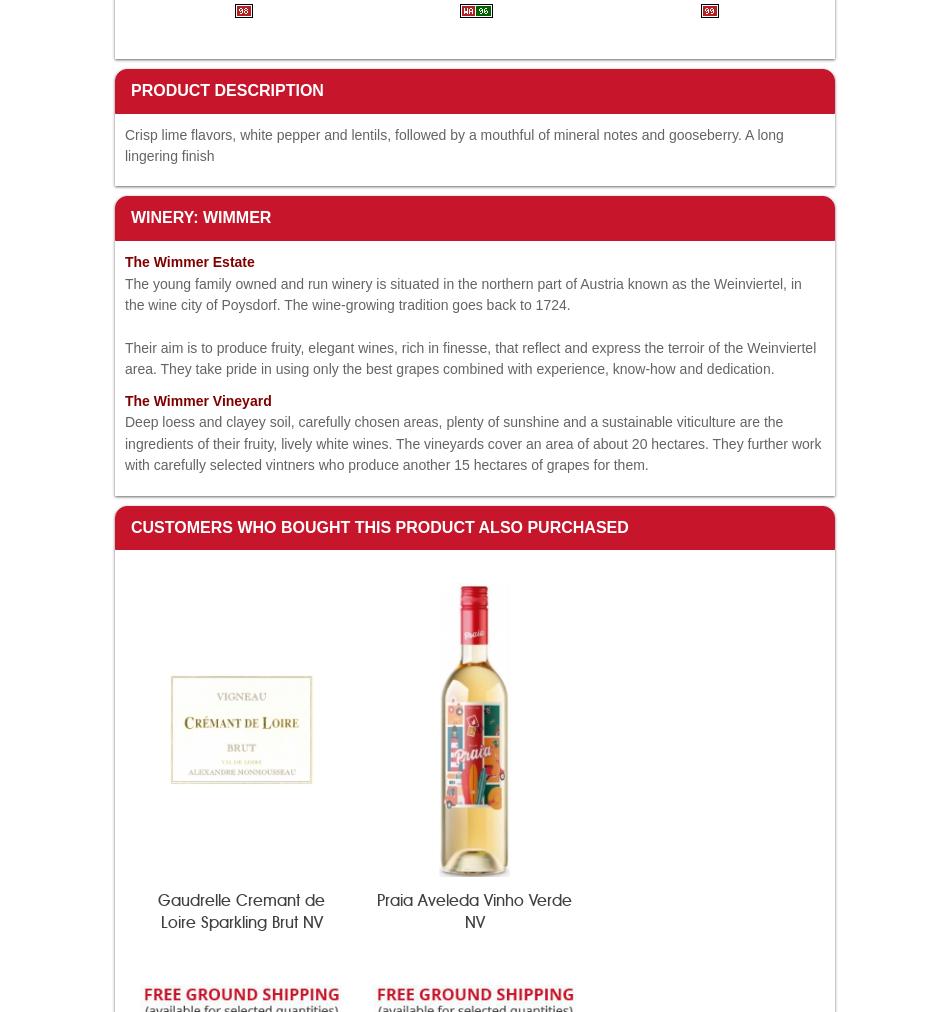 The height and width of the screenshot is (1012, 950). I want to click on 'The', so click(138, 400).